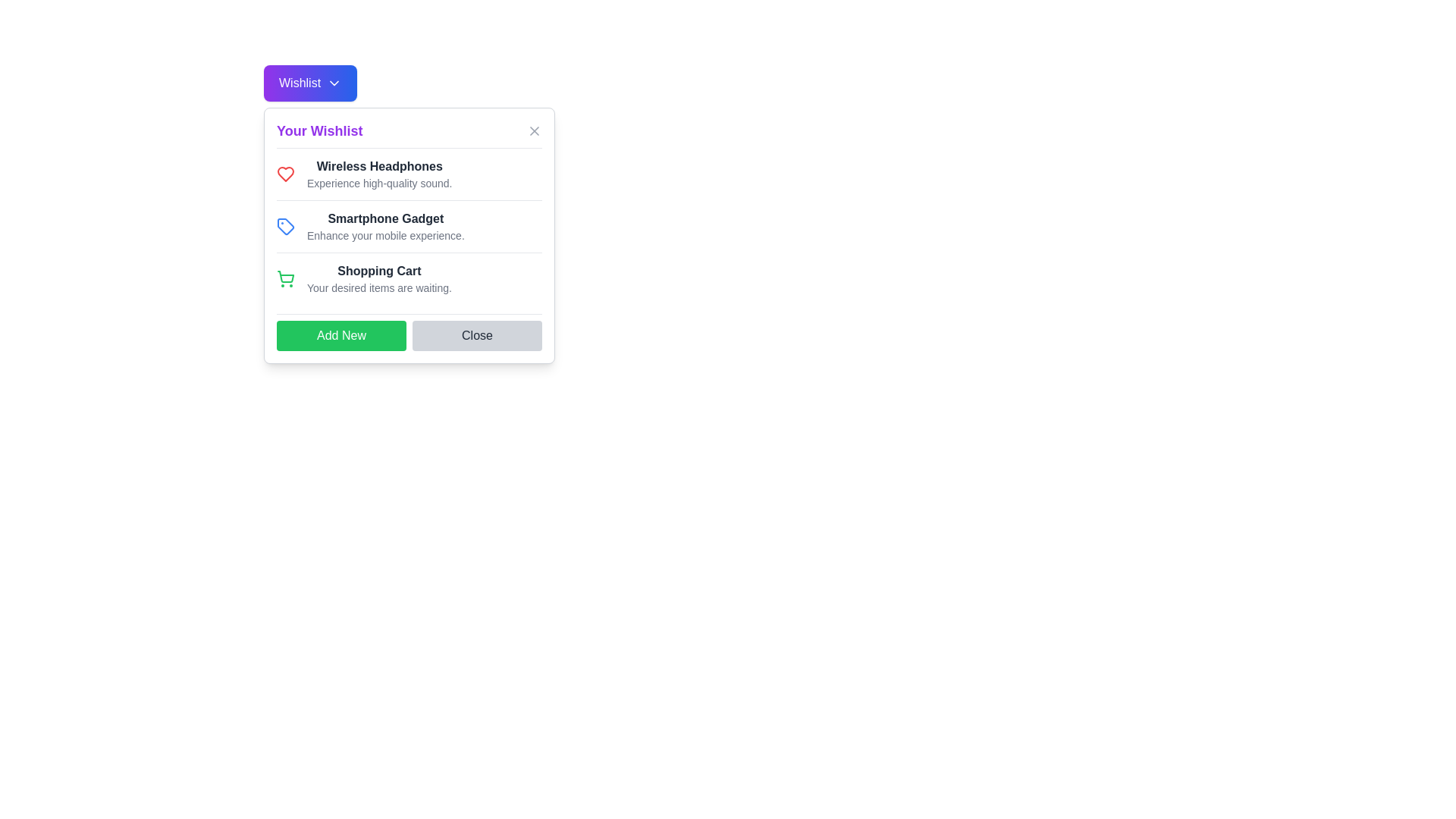 The image size is (1456, 819). What do you see at coordinates (286, 174) in the screenshot?
I see `the heart icon that signifies 'Wireless Headphones' is in the wishlist, located to the left of the text 'Wireless Headphones' and 'Experience high-quality sound.'` at bounding box center [286, 174].